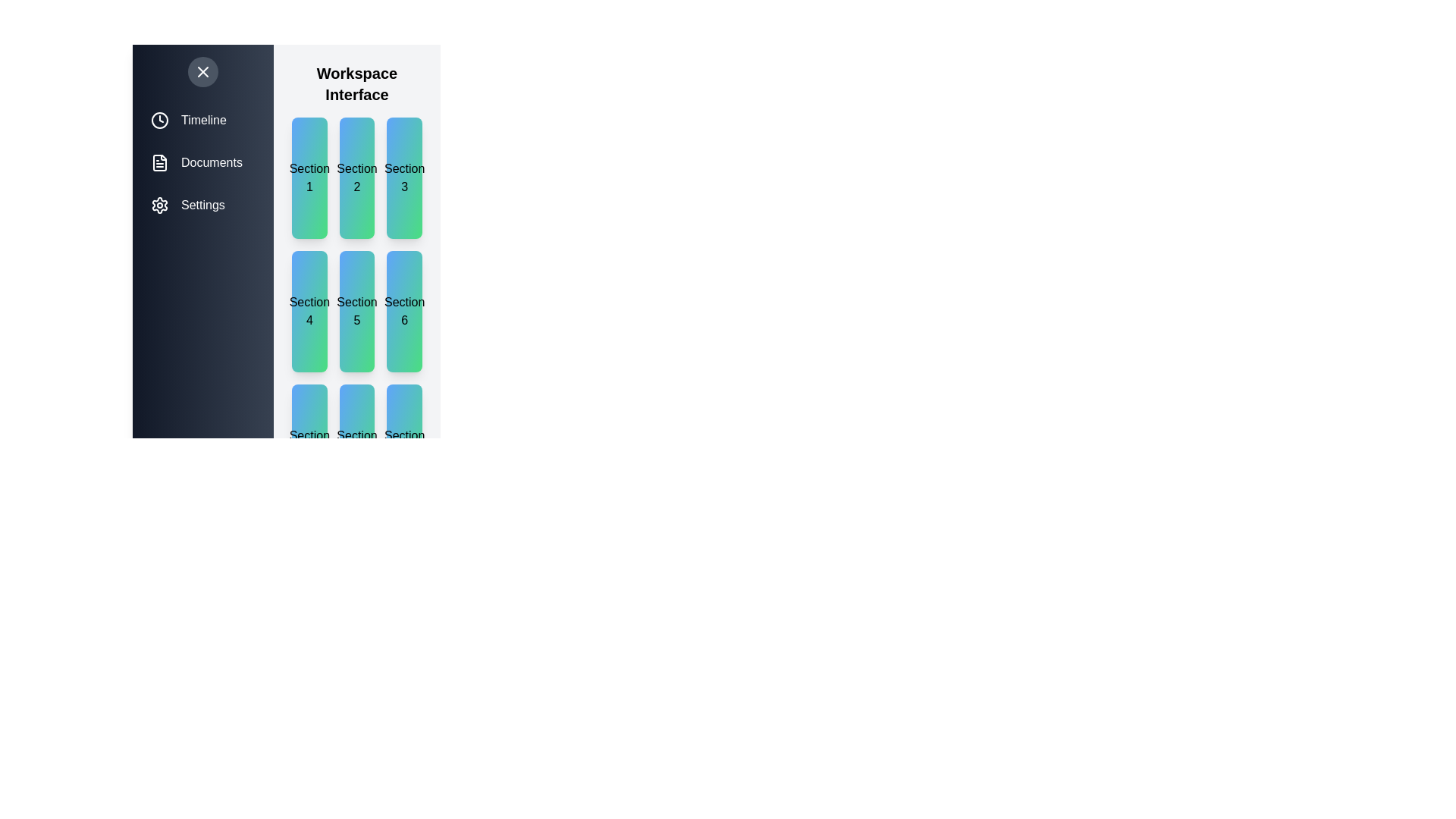  What do you see at coordinates (202, 163) in the screenshot?
I see `the Documents from the navigation menu` at bounding box center [202, 163].